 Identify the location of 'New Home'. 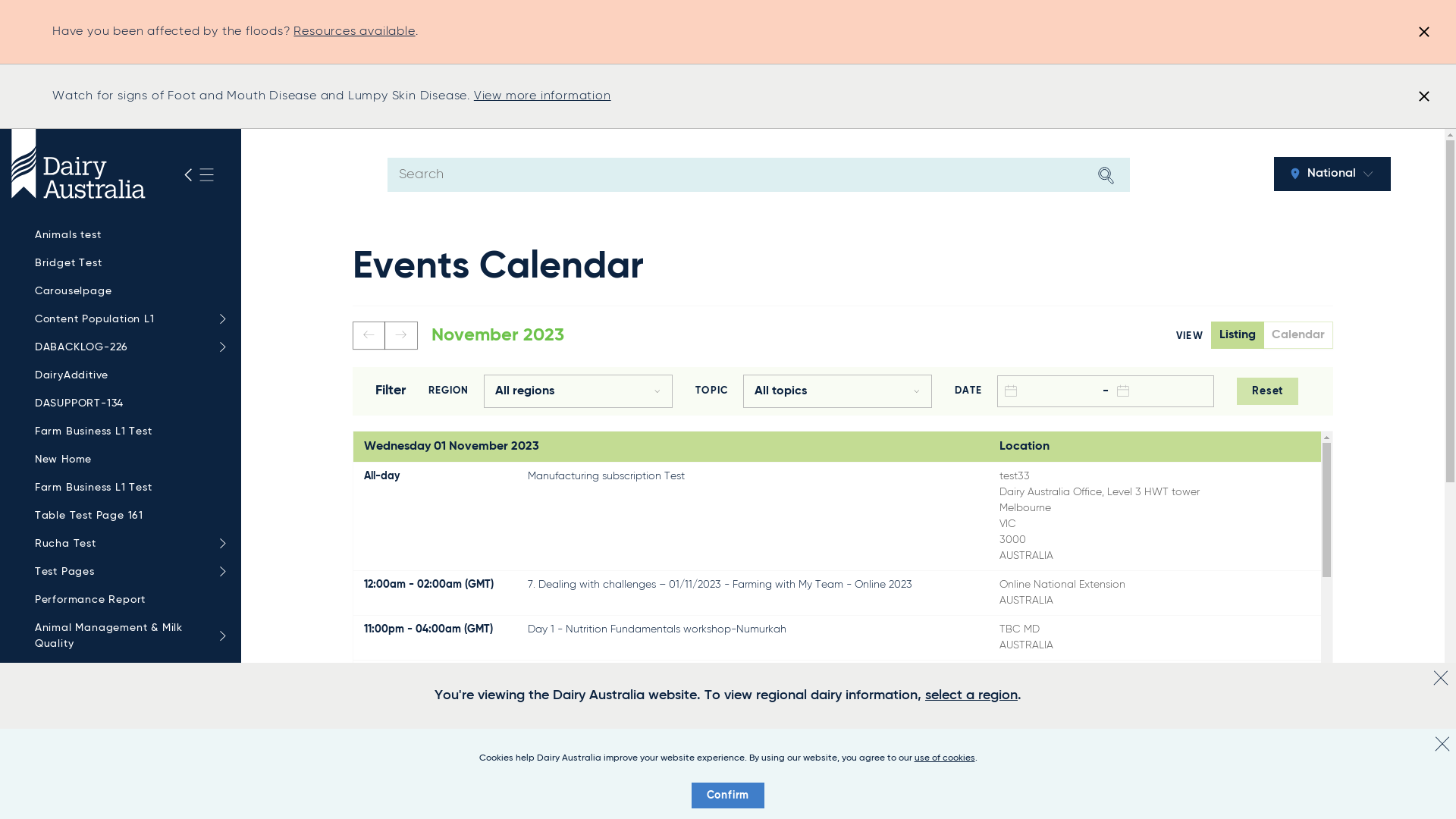
(127, 459).